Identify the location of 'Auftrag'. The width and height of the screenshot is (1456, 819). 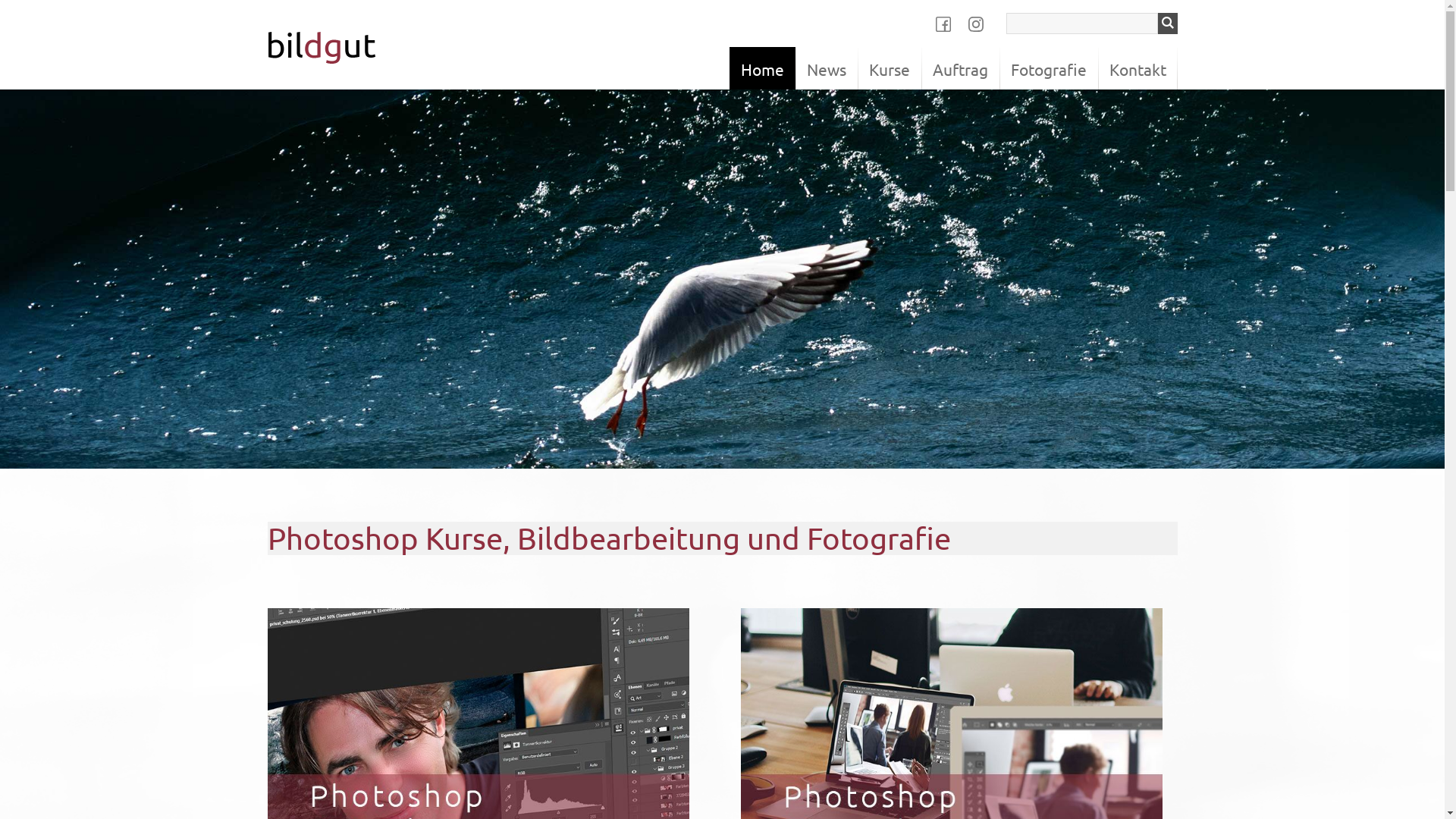
(920, 67).